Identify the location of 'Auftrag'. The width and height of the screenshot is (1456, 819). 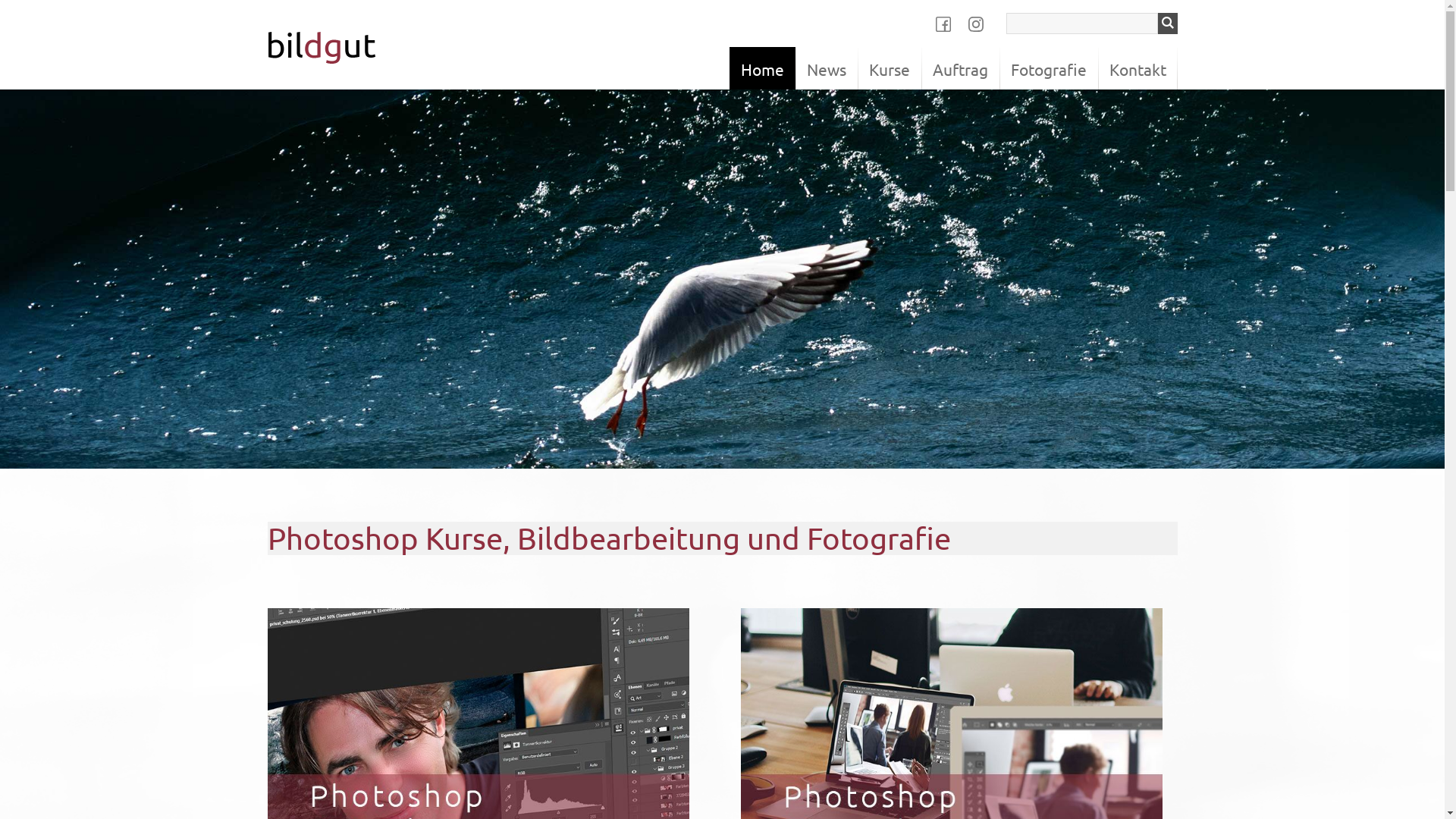
(920, 67).